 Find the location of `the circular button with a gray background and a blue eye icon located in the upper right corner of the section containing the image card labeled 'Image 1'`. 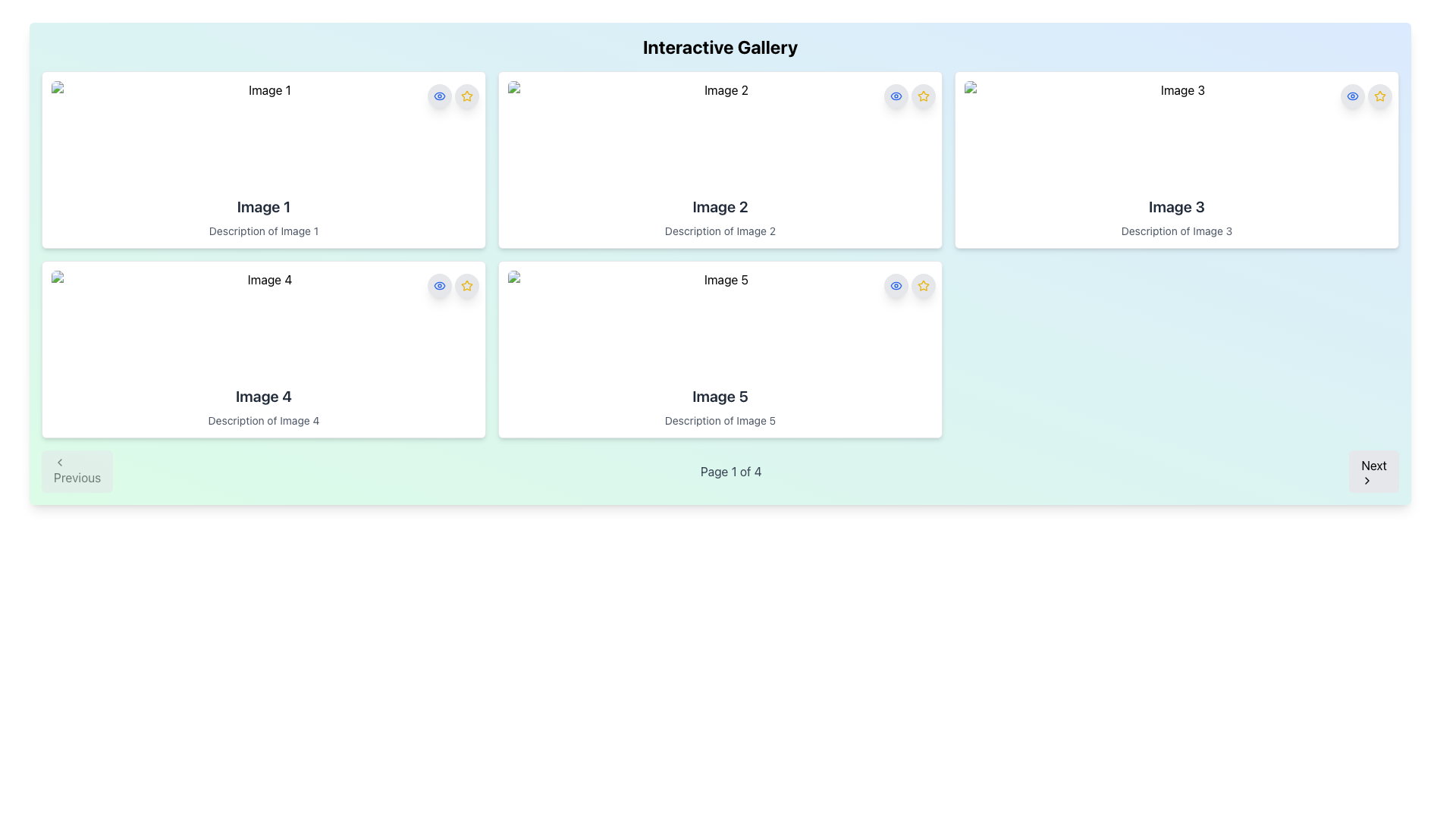

the circular button with a gray background and a blue eye icon located in the upper right corner of the section containing the image card labeled 'Image 1' is located at coordinates (439, 96).